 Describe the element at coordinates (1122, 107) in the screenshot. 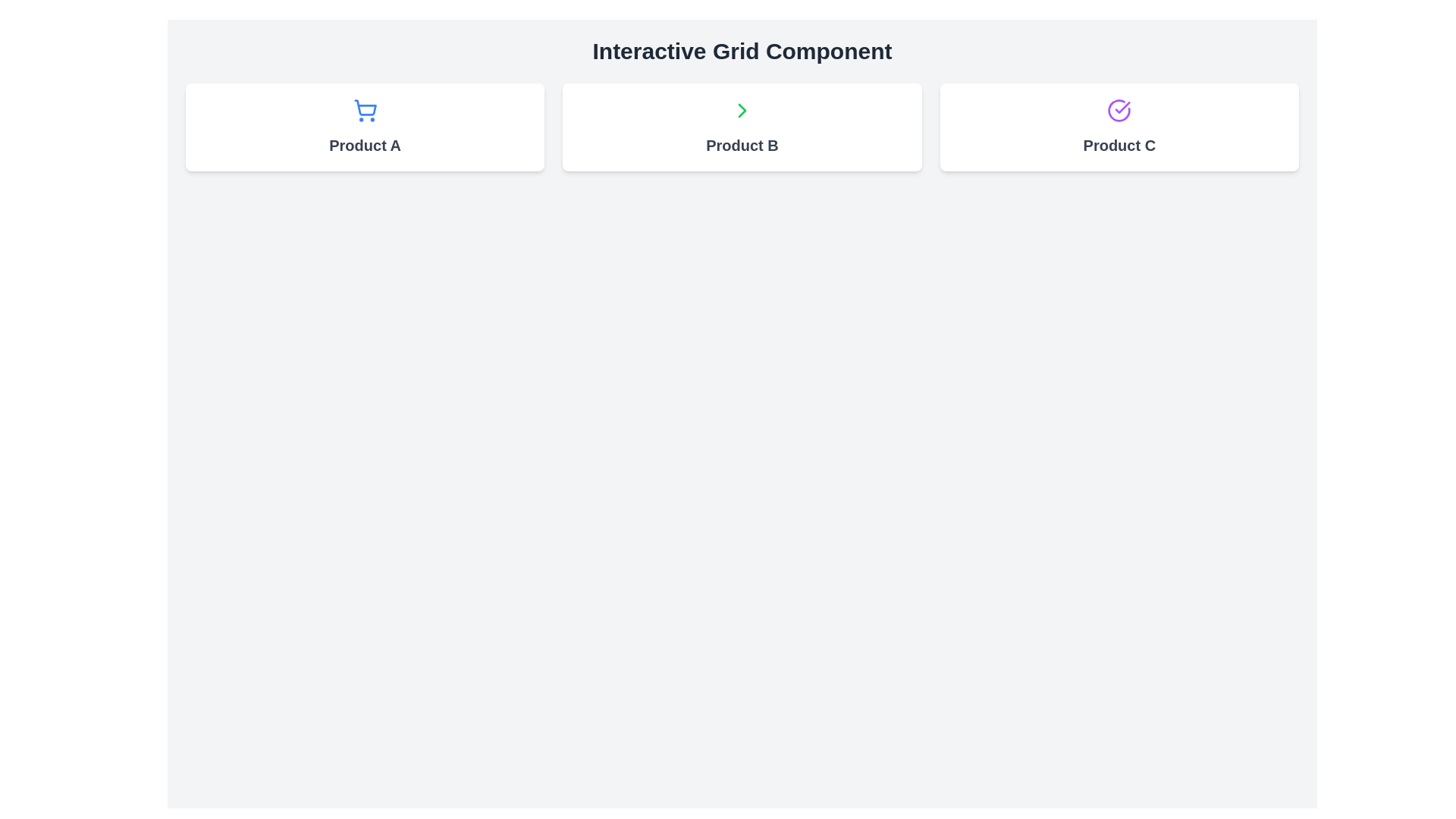

I see `the confirmation icon for 'Product C', which is visually indicated as completed or selected, located on the rightmost side of the grid` at that location.